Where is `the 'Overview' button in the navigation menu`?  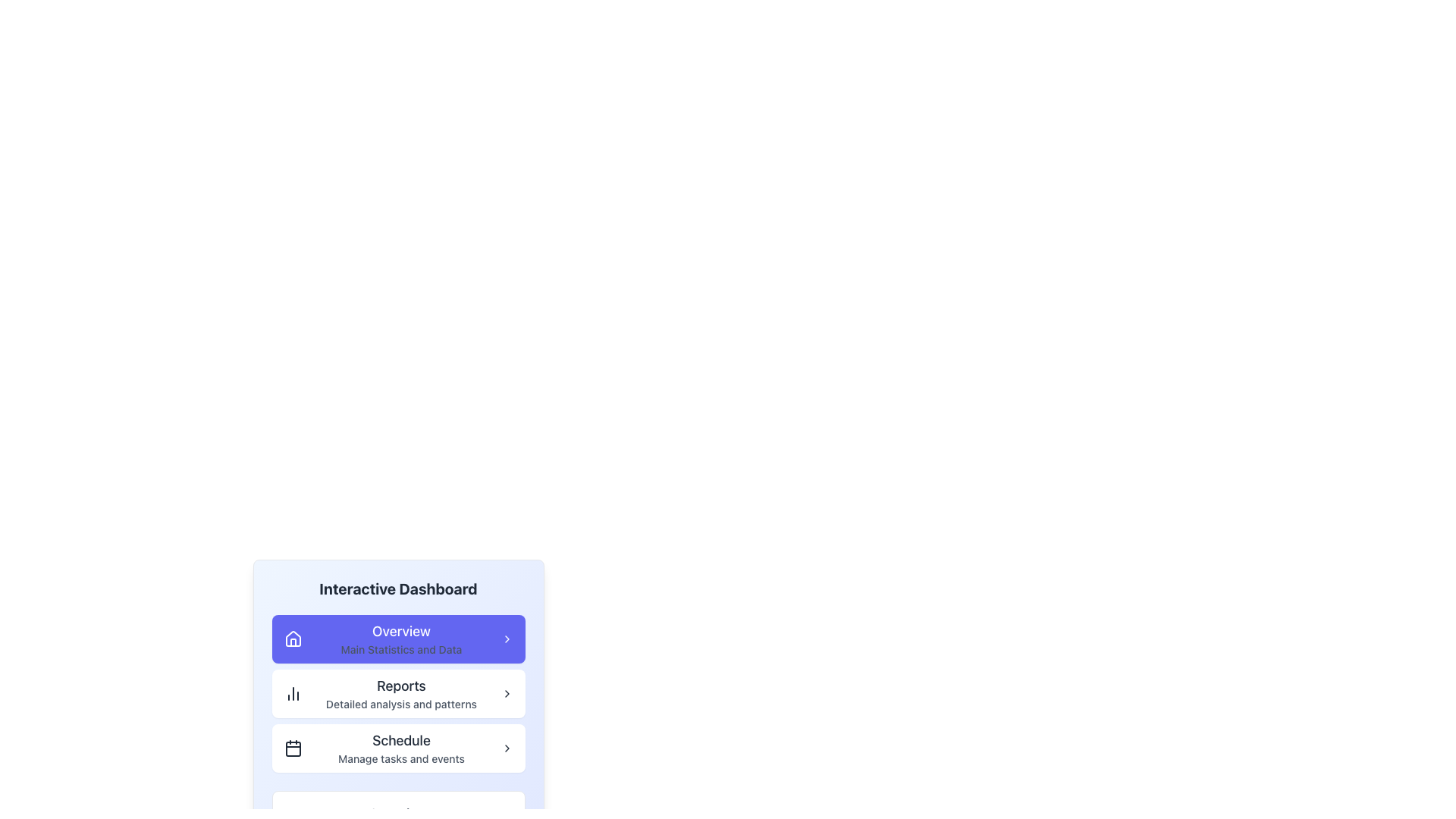
the 'Overview' button in the navigation menu is located at coordinates (398, 639).